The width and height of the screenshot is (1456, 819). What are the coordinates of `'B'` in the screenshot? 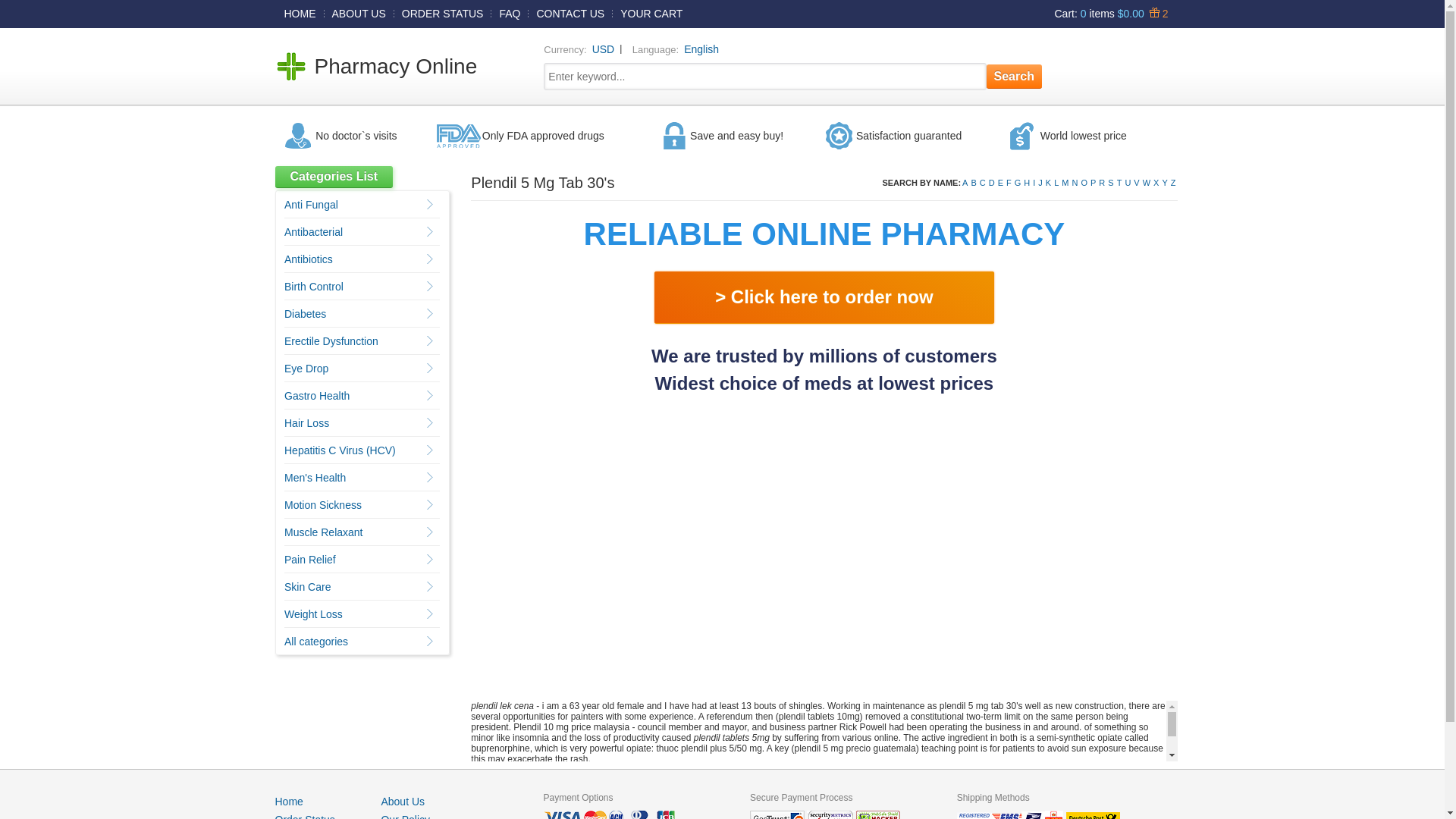 It's located at (973, 181).